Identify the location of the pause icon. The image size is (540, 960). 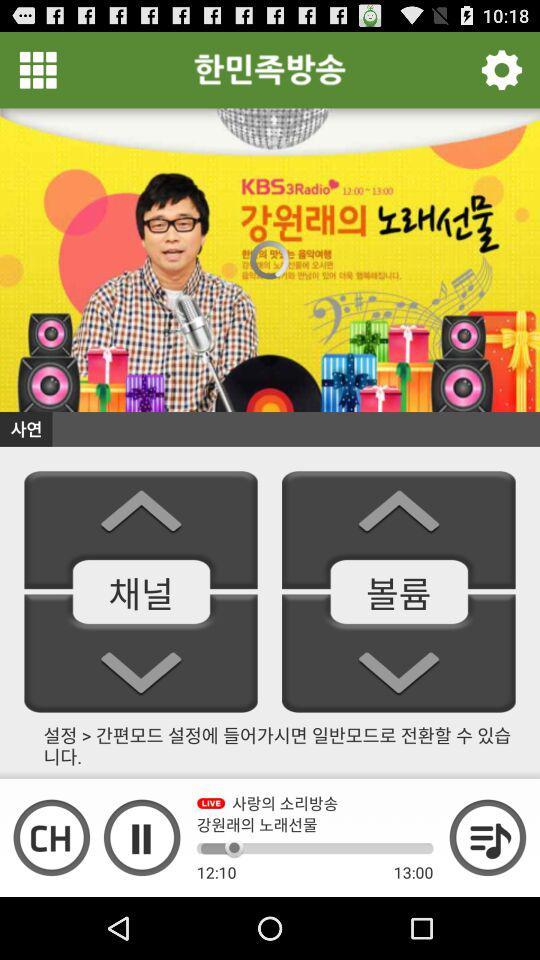
(141, 895).